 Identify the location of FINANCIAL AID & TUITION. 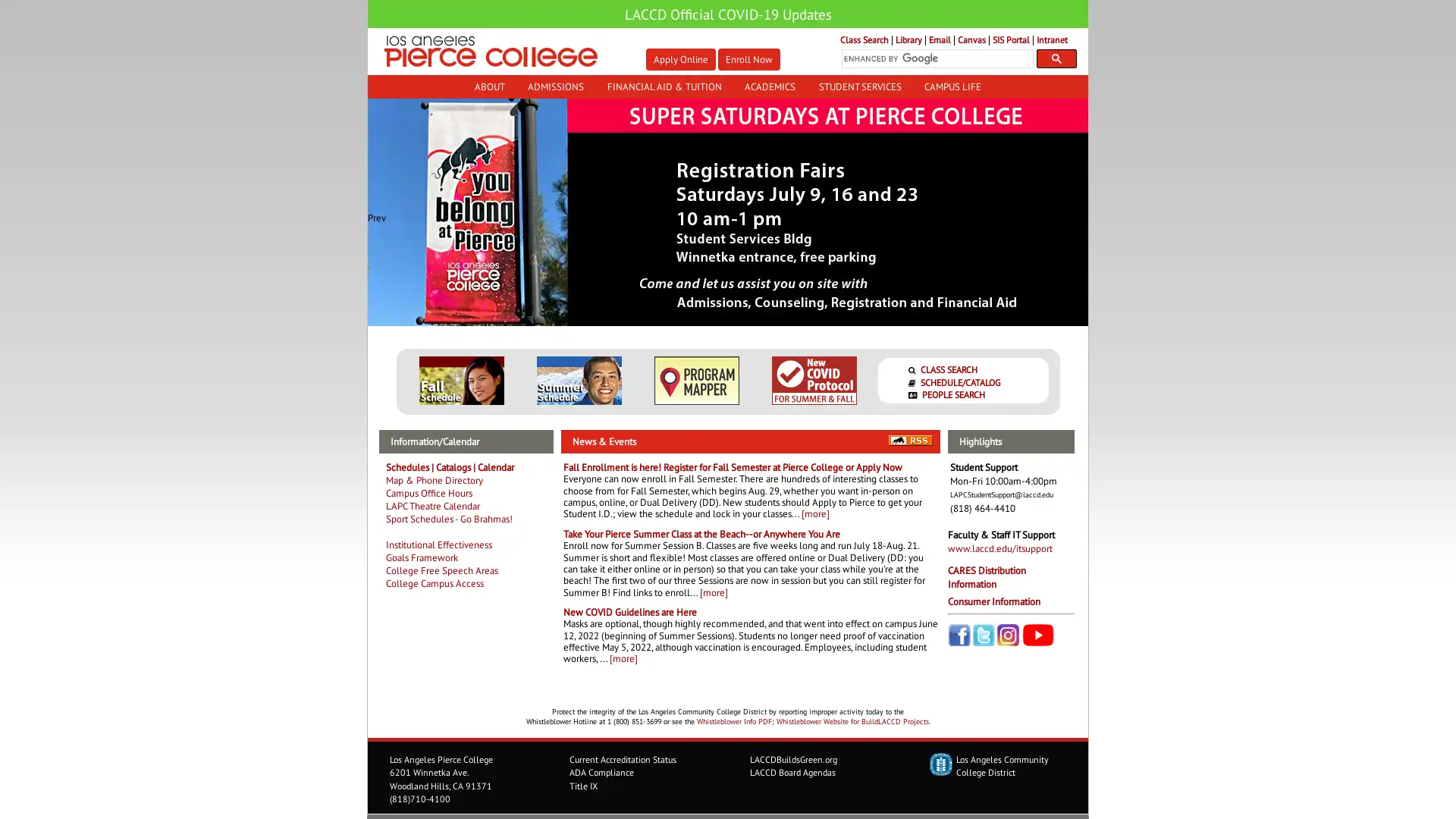
(664, 86).